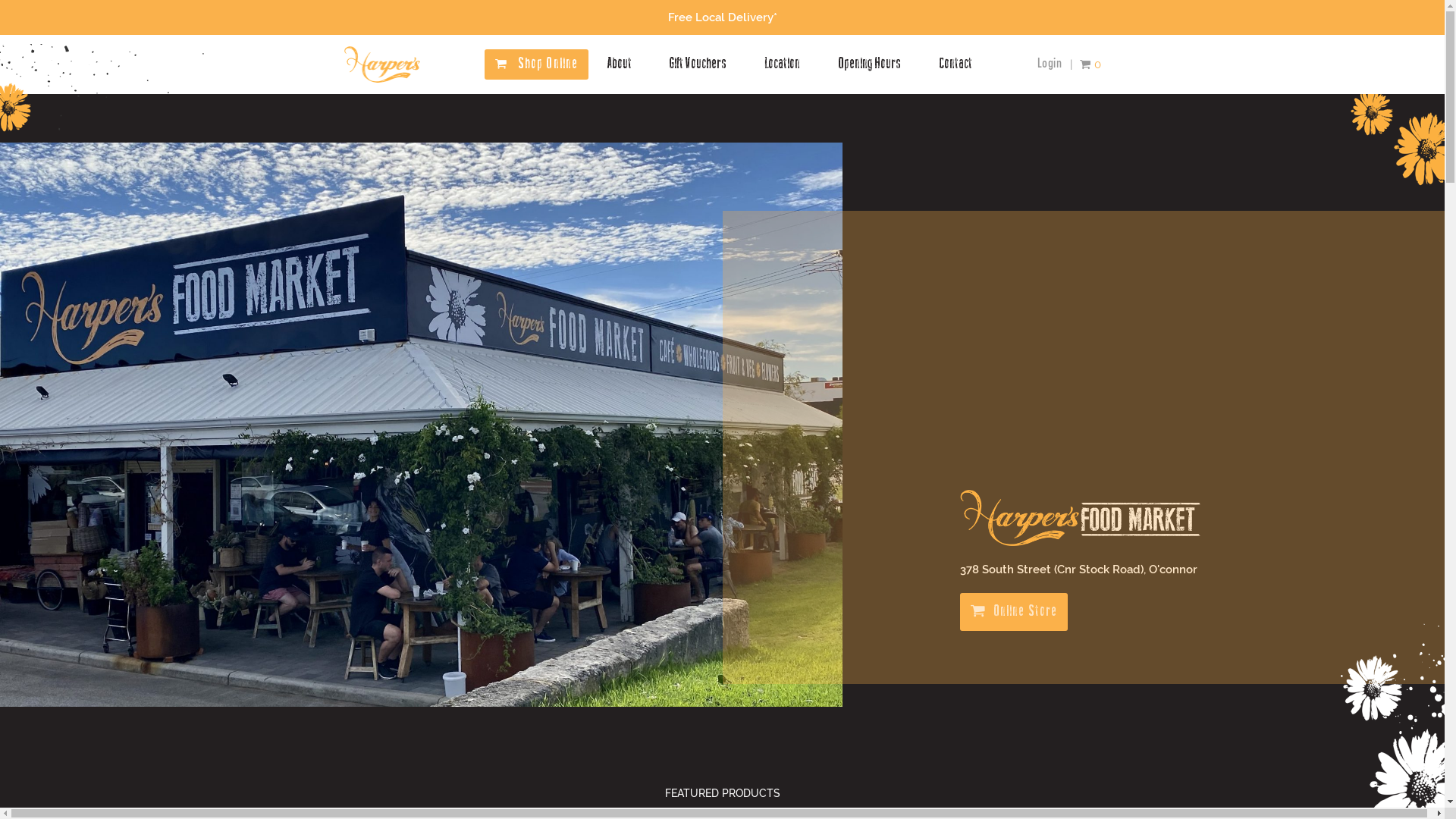 This screenshot has height=819, width=1456. I want to click on 'Location', so click(764, 63).